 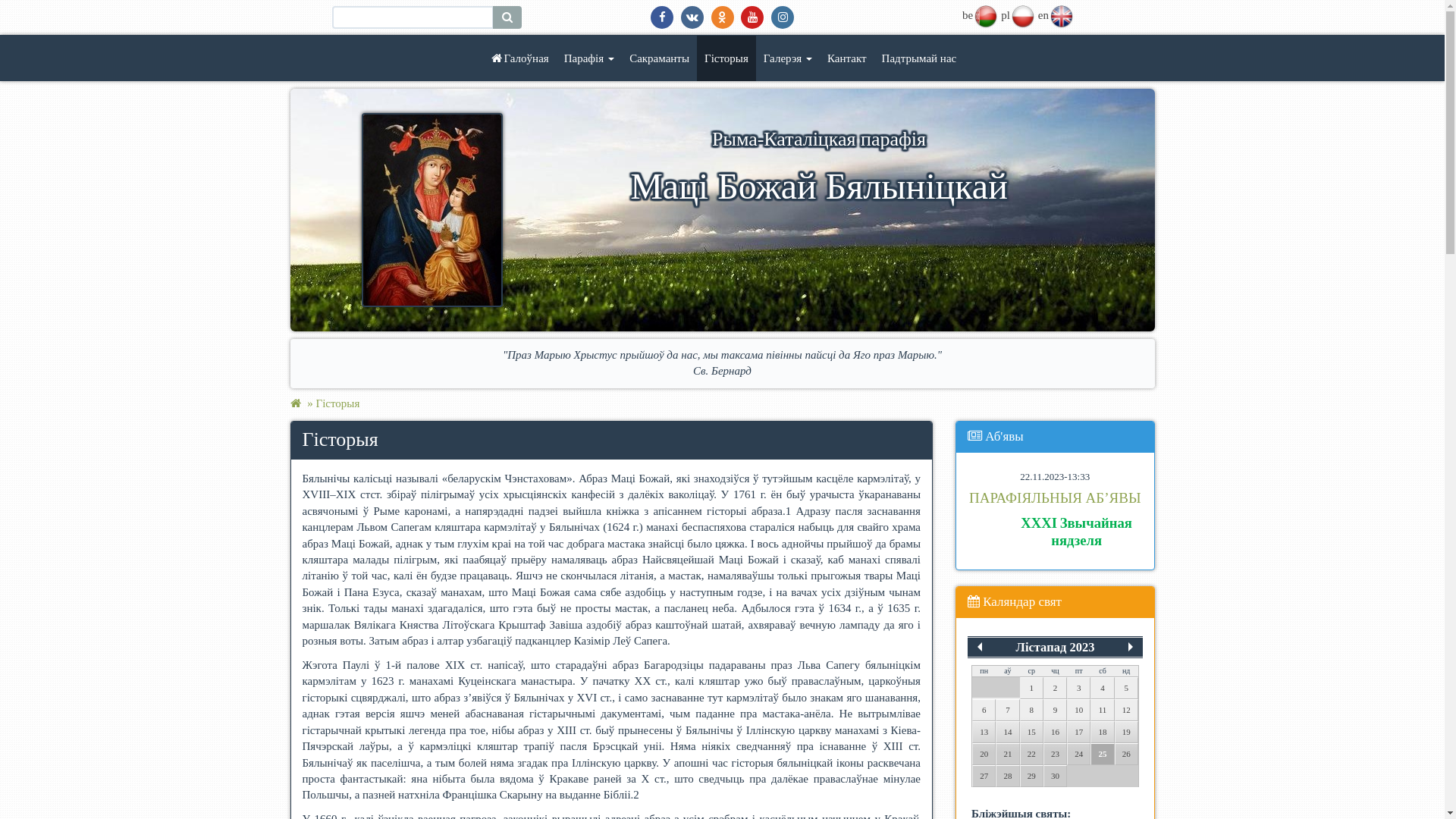 I want to click on '6', so click(x=984, y=710).